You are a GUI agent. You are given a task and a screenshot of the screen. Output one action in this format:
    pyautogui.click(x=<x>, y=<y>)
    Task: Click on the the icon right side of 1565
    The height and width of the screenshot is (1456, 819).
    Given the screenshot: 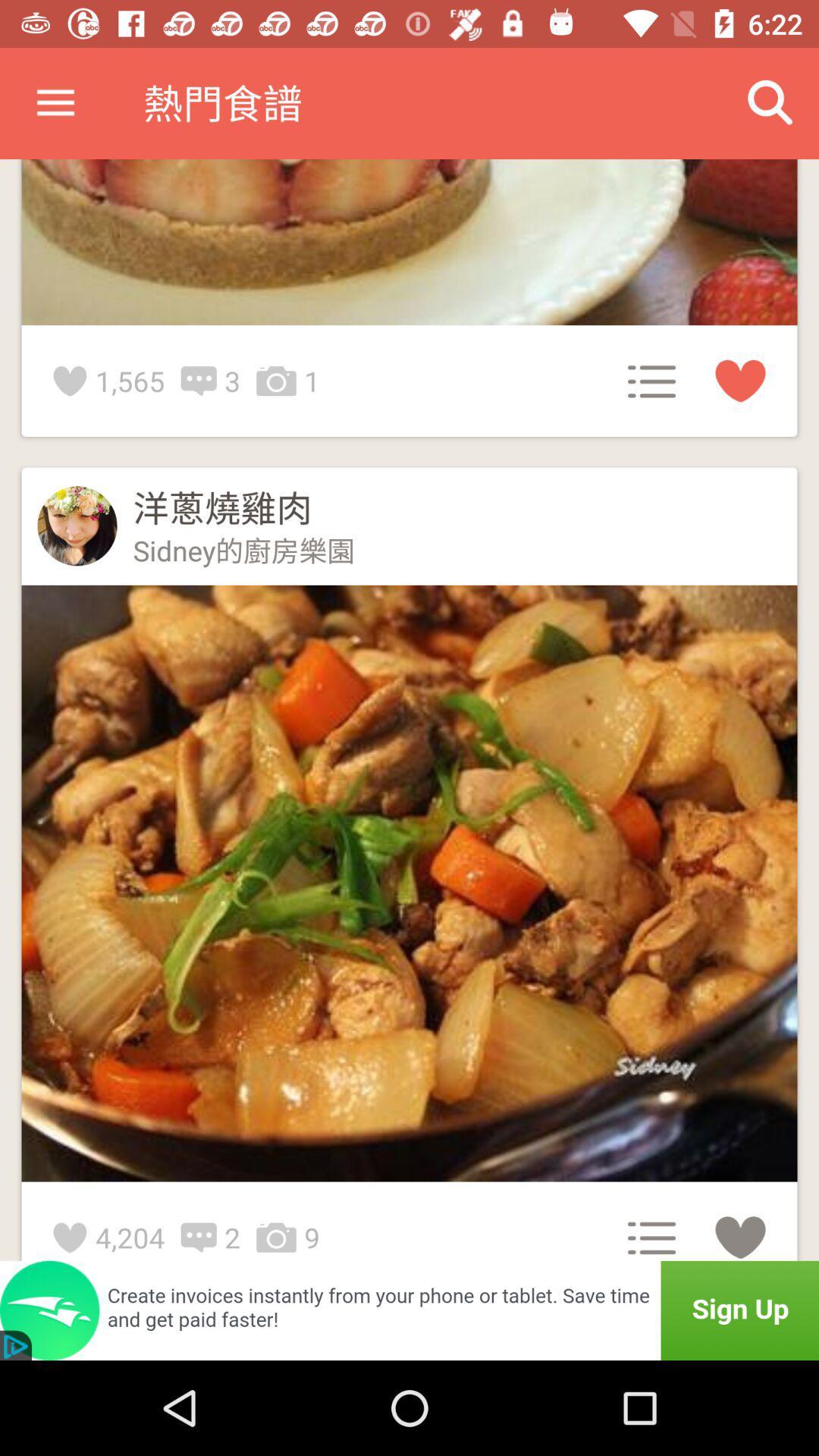 What is the action you would take?
    pyautogui.click(x=202, y=381)
    